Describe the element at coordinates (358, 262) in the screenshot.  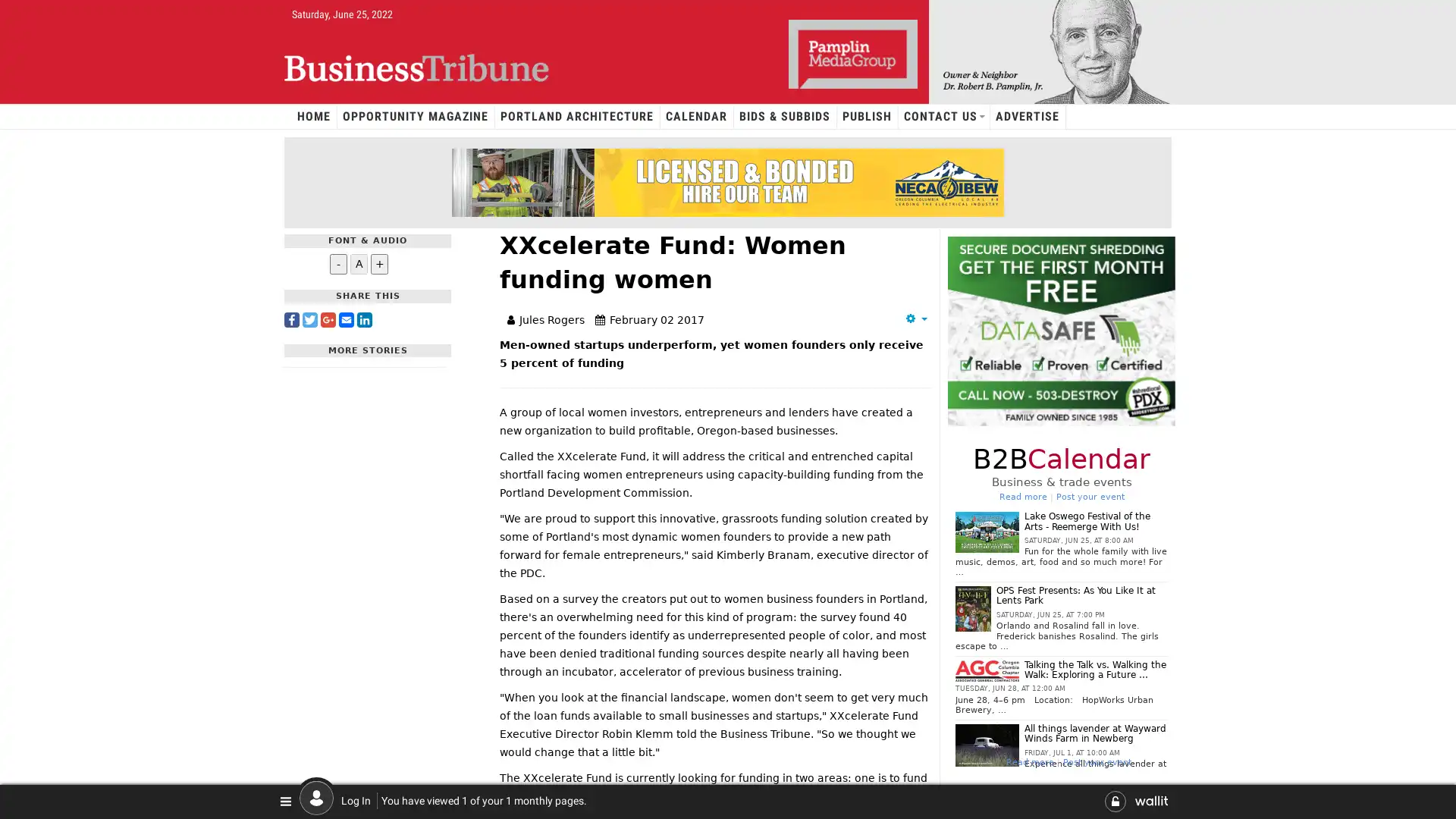
I see `A` at that location.